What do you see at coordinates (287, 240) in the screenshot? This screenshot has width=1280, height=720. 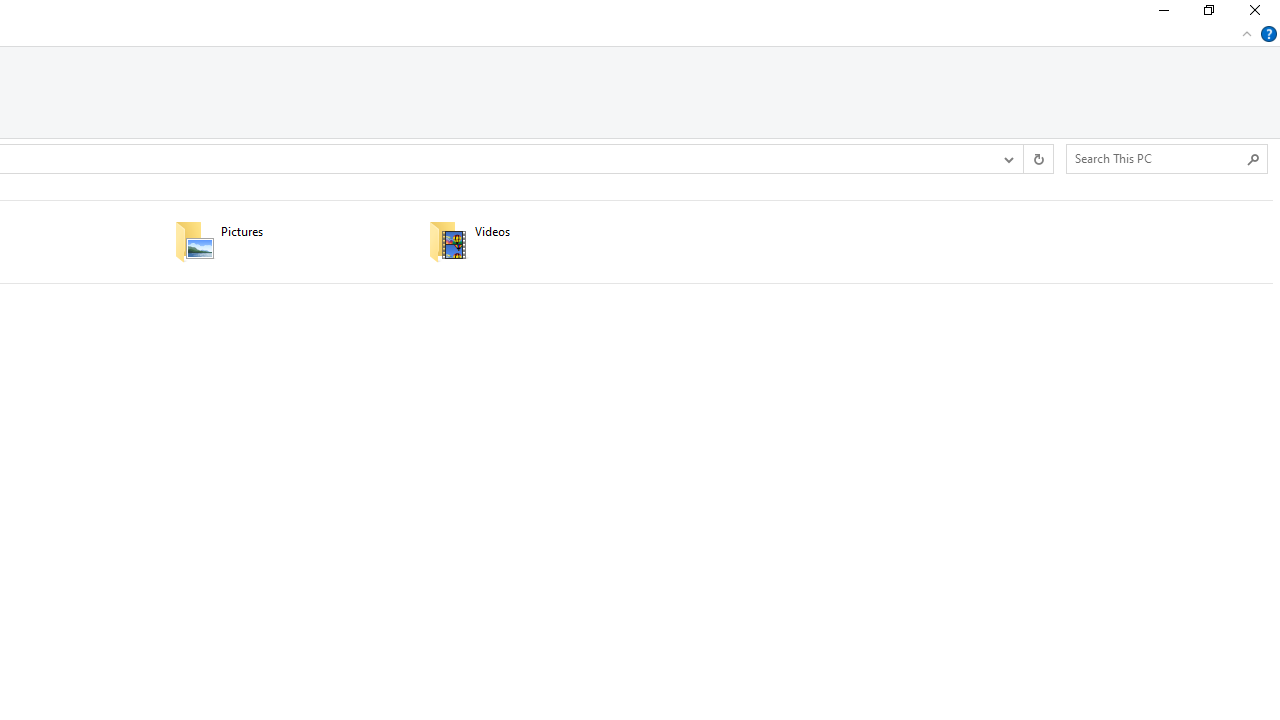 I see `'Pictures'` at bounding box center [287, 240].